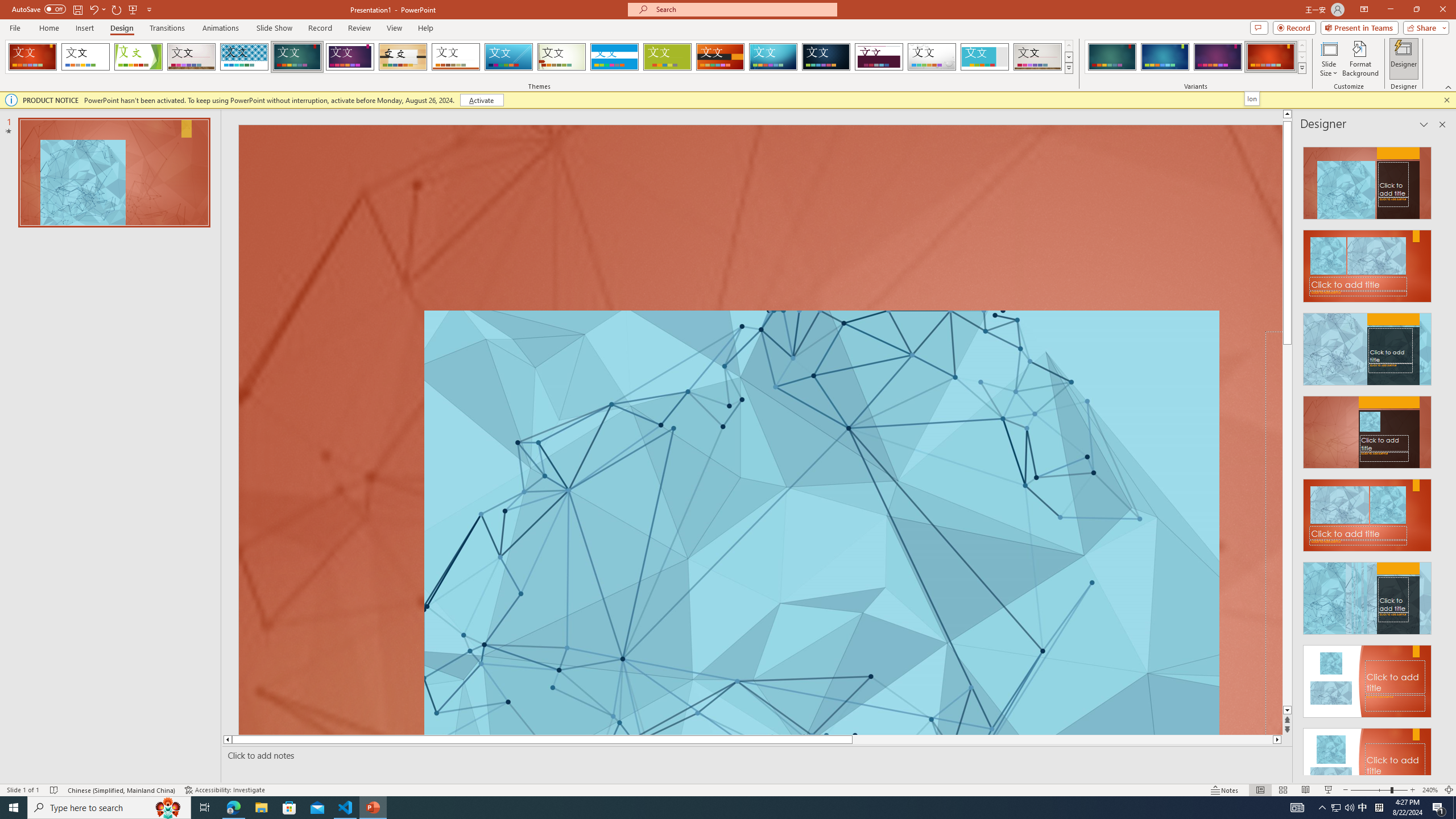 The width and height of the screenshot is (1456, 819). Describe the element at coordinates (772, 56) in the screenshot. I see `'Circuit'` at that location.